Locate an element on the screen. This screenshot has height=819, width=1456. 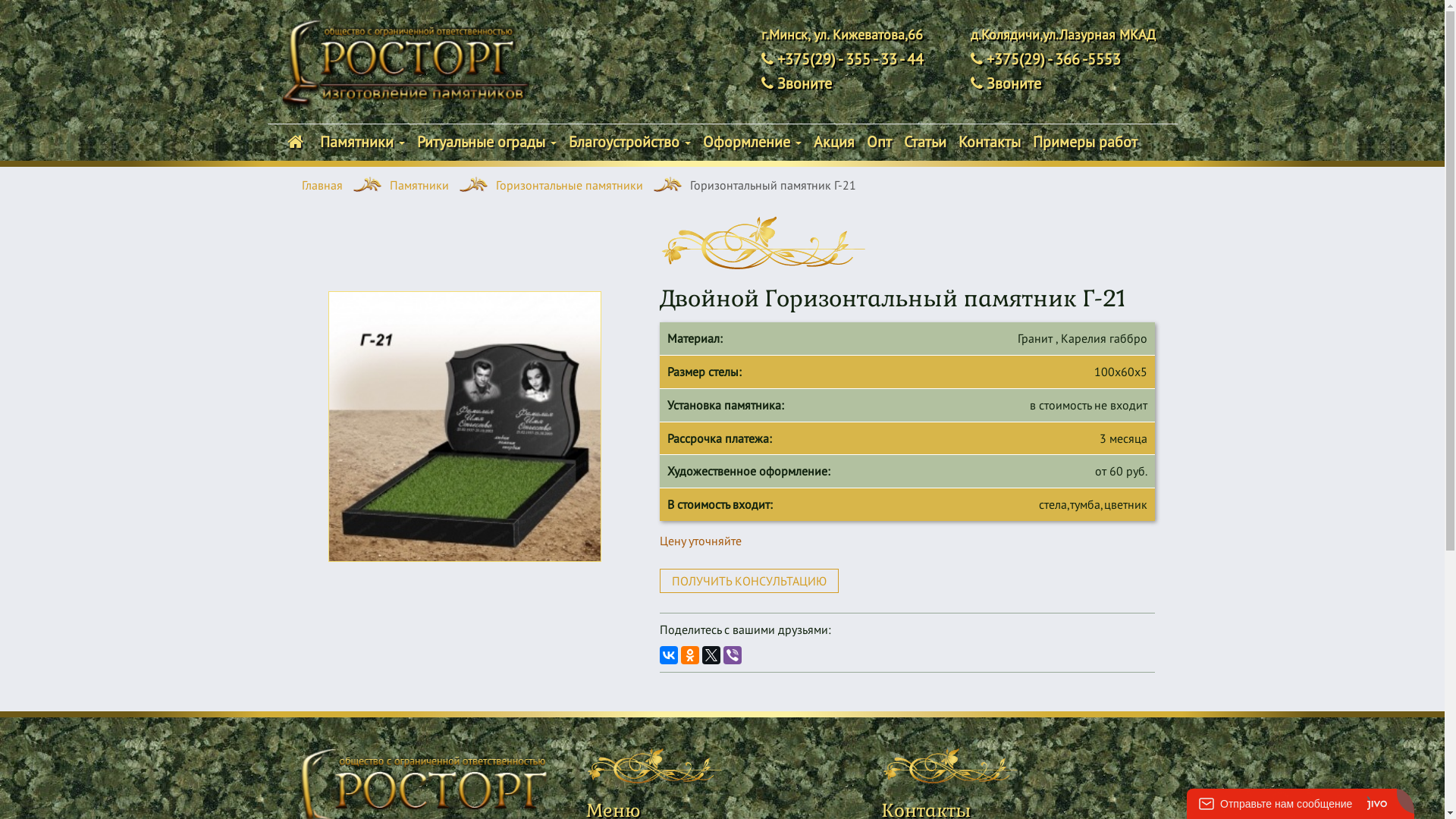
'Twitter' is located at coordinates (701, 654).